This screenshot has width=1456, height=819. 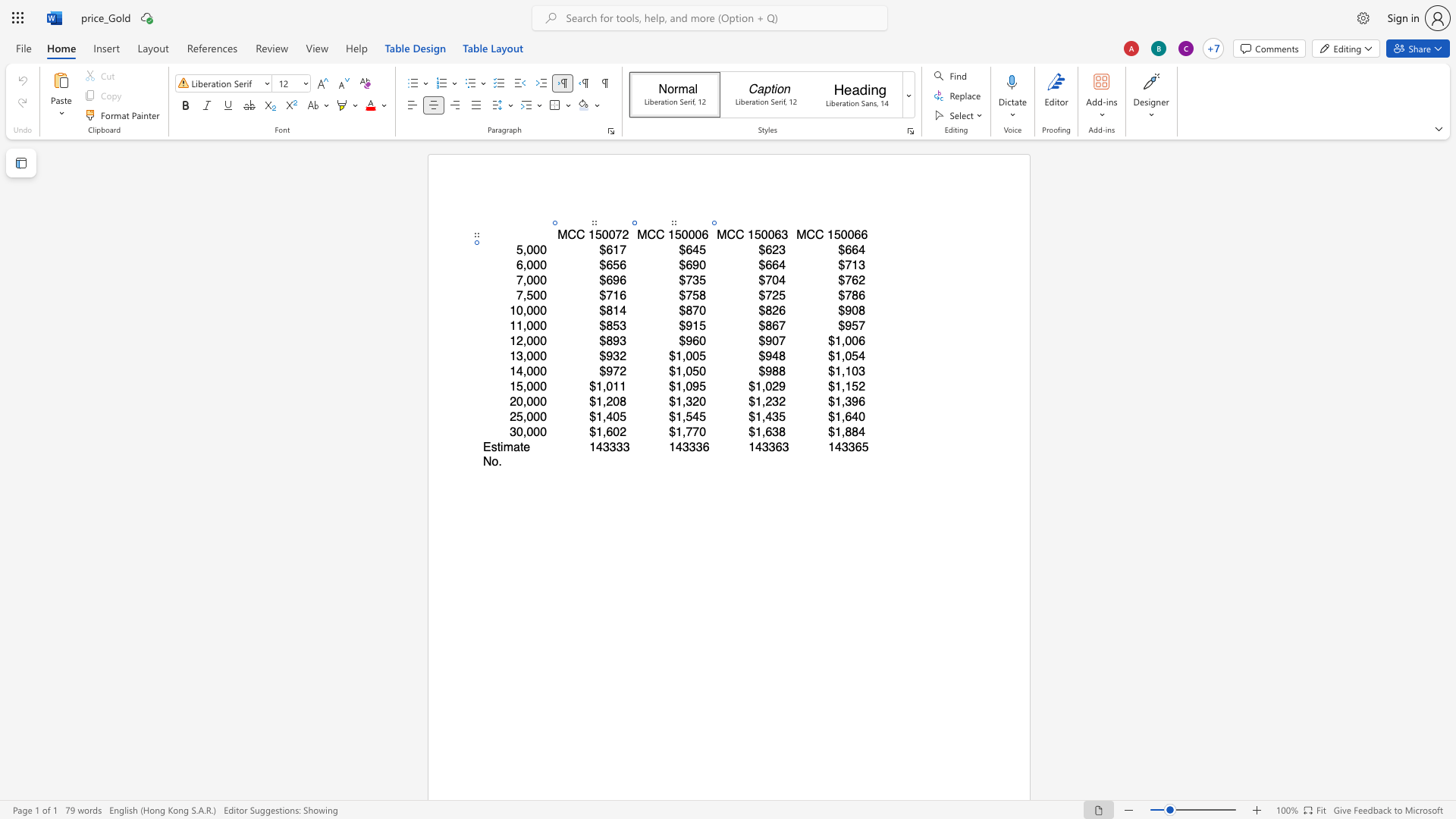 What do you see at coordinates (861, 234) in the screenshot?
I see `the space between the continuous character "6" and "6" in the text` at bounding box center [861, 234].